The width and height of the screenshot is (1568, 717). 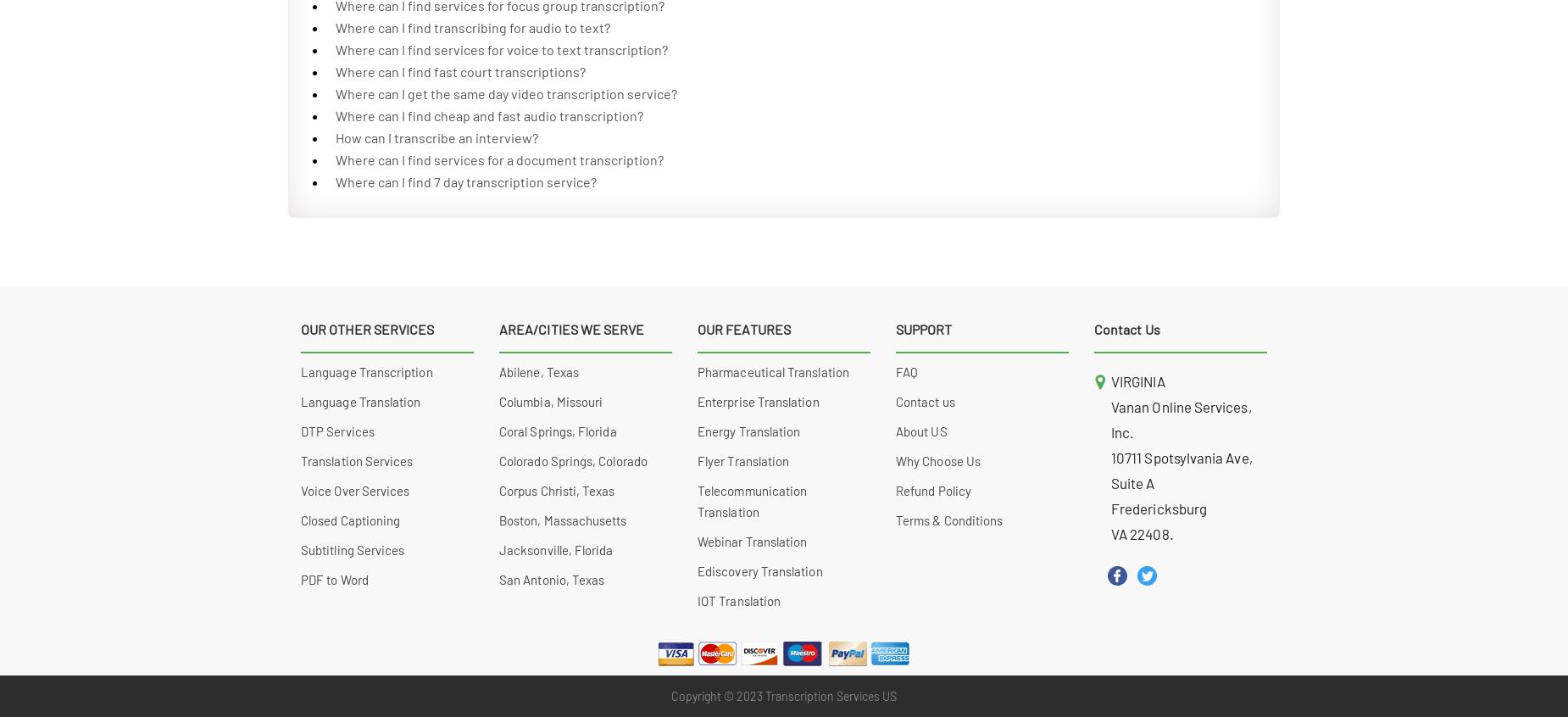 I want to click on 'Where can I find transcribing for audio to text?', so click(x=335, y=26).